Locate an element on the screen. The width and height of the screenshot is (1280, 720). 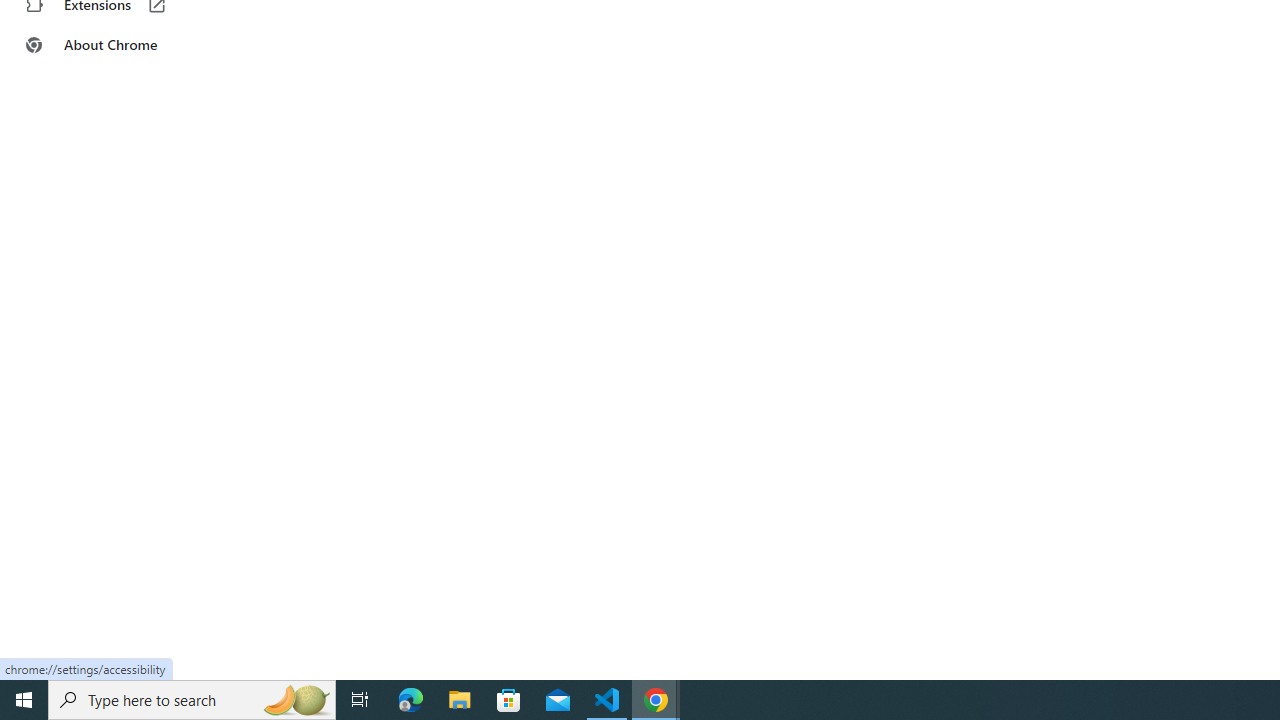
'About Chrome' is located at coordinates (123, 45).